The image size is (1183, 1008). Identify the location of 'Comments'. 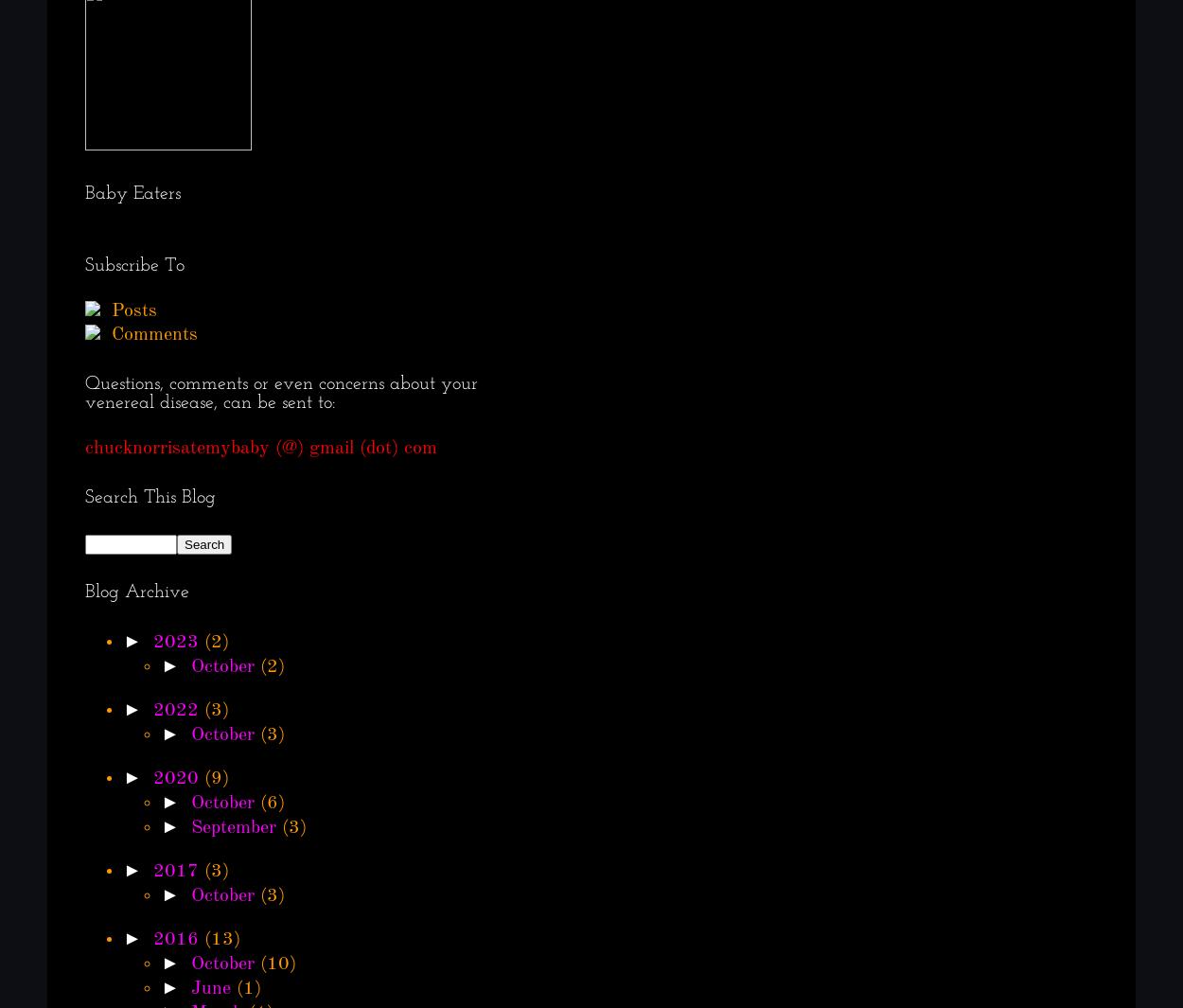
(105, 334).